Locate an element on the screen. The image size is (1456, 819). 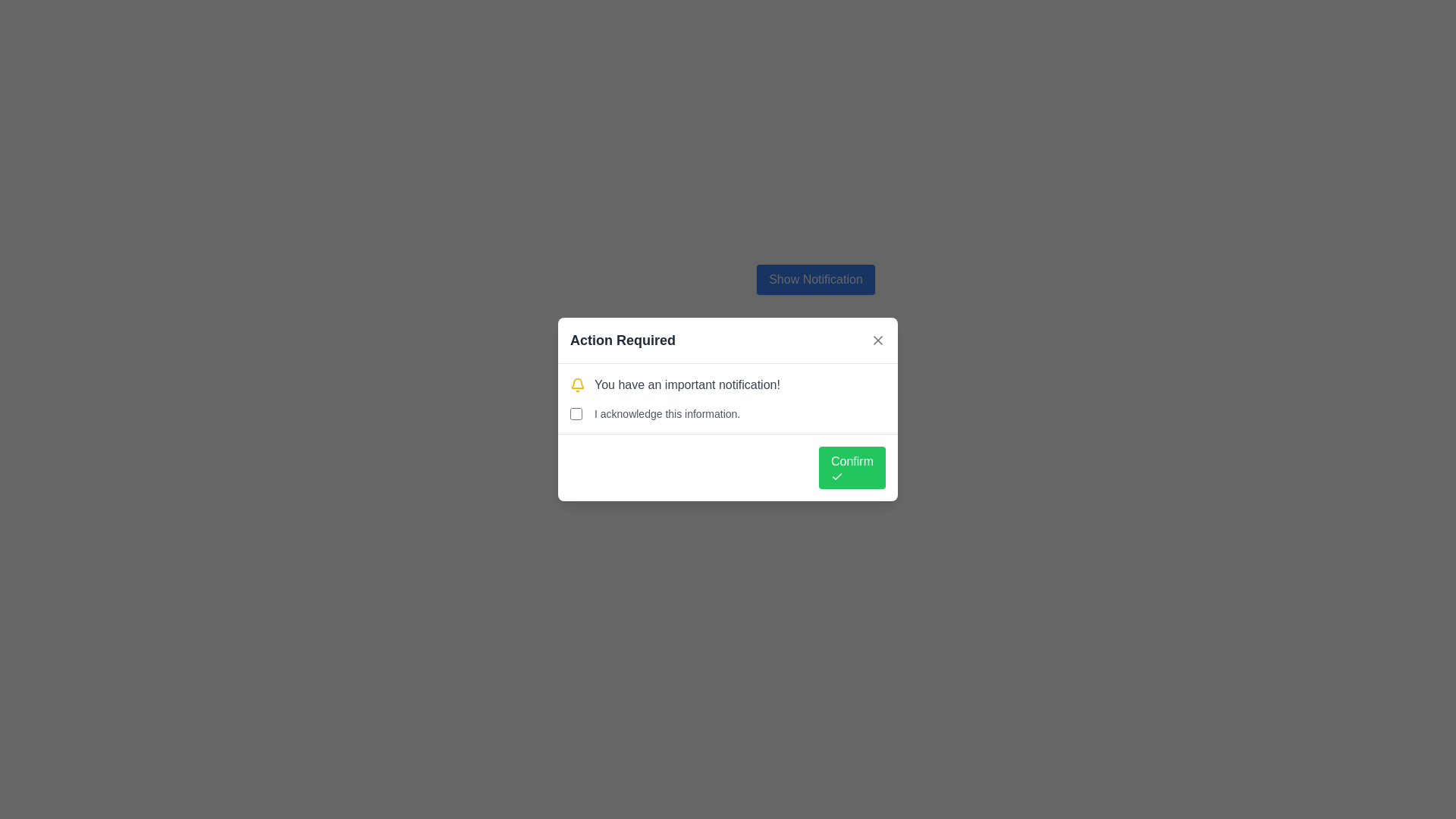
the acknowledgment checkbox located within the 'Action Required' modal dialog box, positioned below the title and above the 'Confirm' button is located at coordinates (728, 397).